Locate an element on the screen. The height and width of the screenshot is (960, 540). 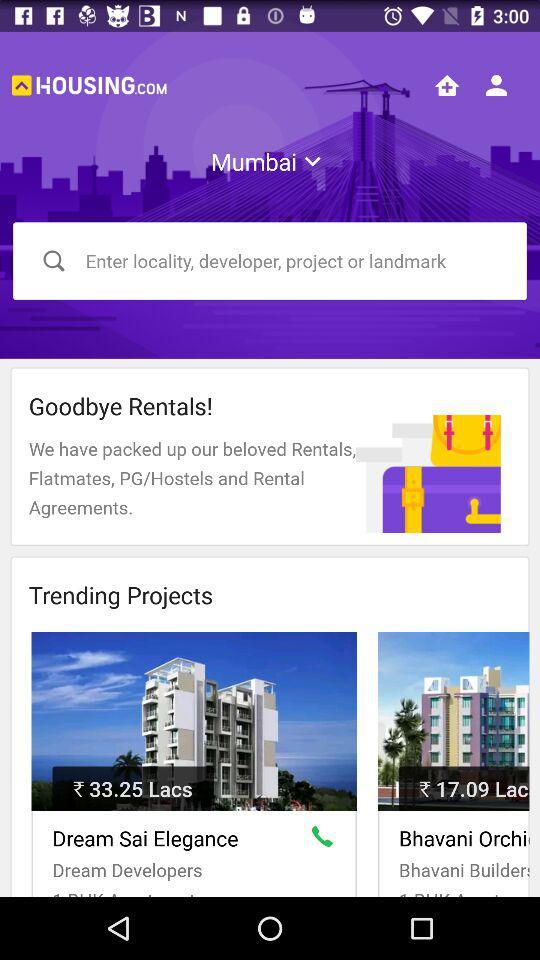
home is located at coordinates (447, 85).